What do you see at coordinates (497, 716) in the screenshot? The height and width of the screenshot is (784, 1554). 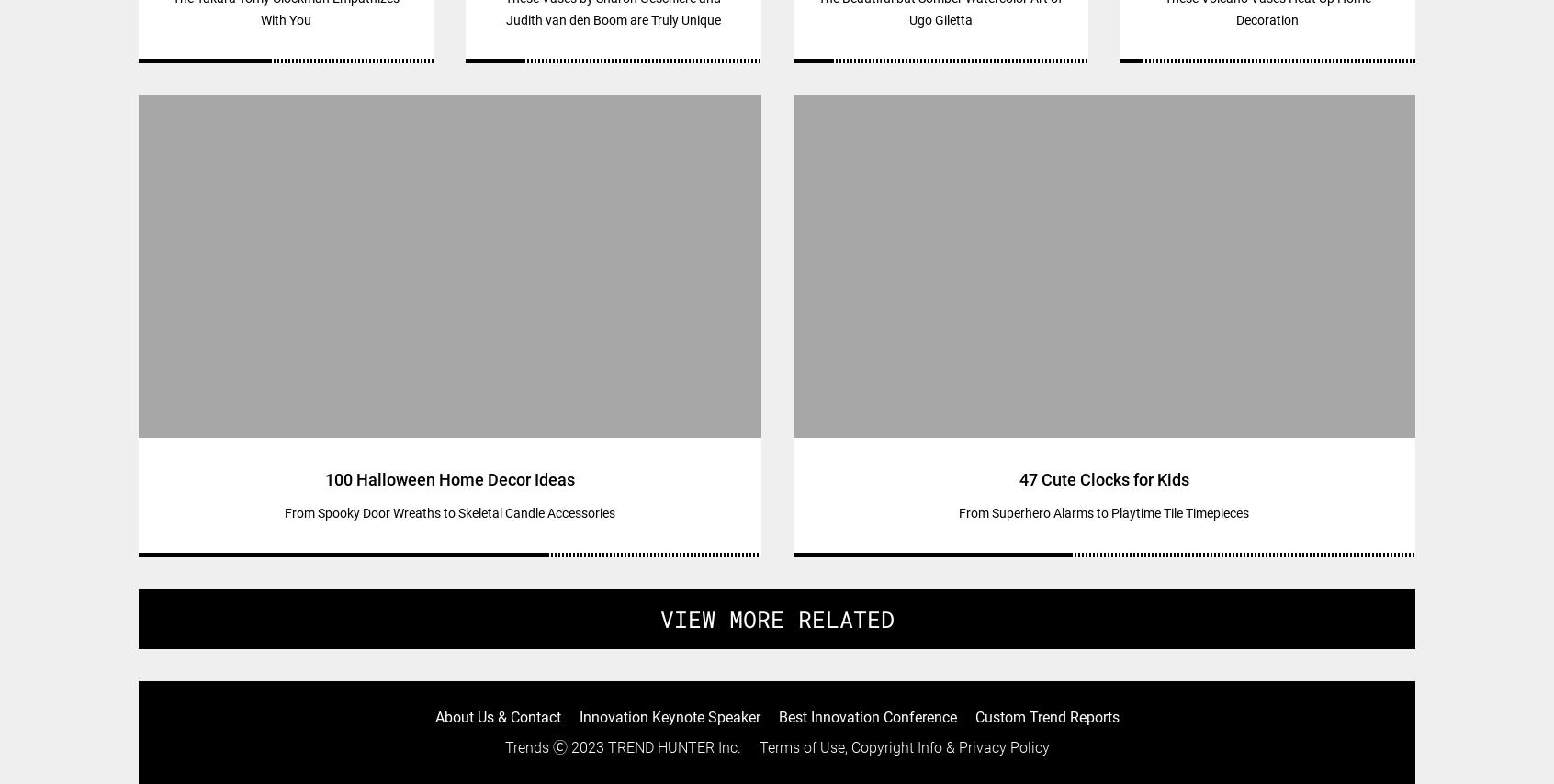 I see `'About Us & Contact'` at bounding box center [497, 716].